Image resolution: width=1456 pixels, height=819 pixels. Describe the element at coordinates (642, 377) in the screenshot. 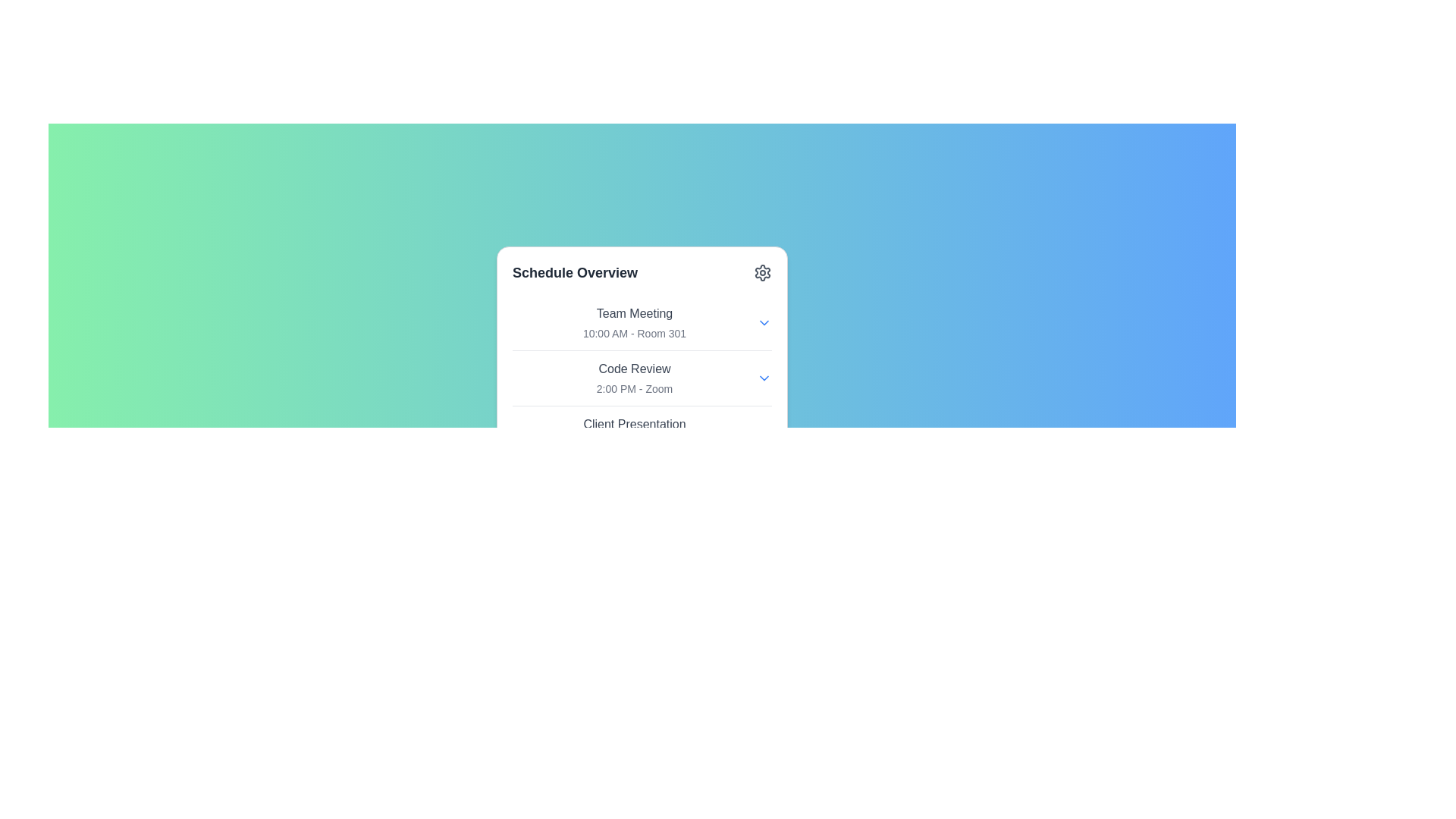

I see `the Information block that provides details about the meeting titled 'Code Review', which is the second item in a vertically divided list within the schedule overview box` at that location.